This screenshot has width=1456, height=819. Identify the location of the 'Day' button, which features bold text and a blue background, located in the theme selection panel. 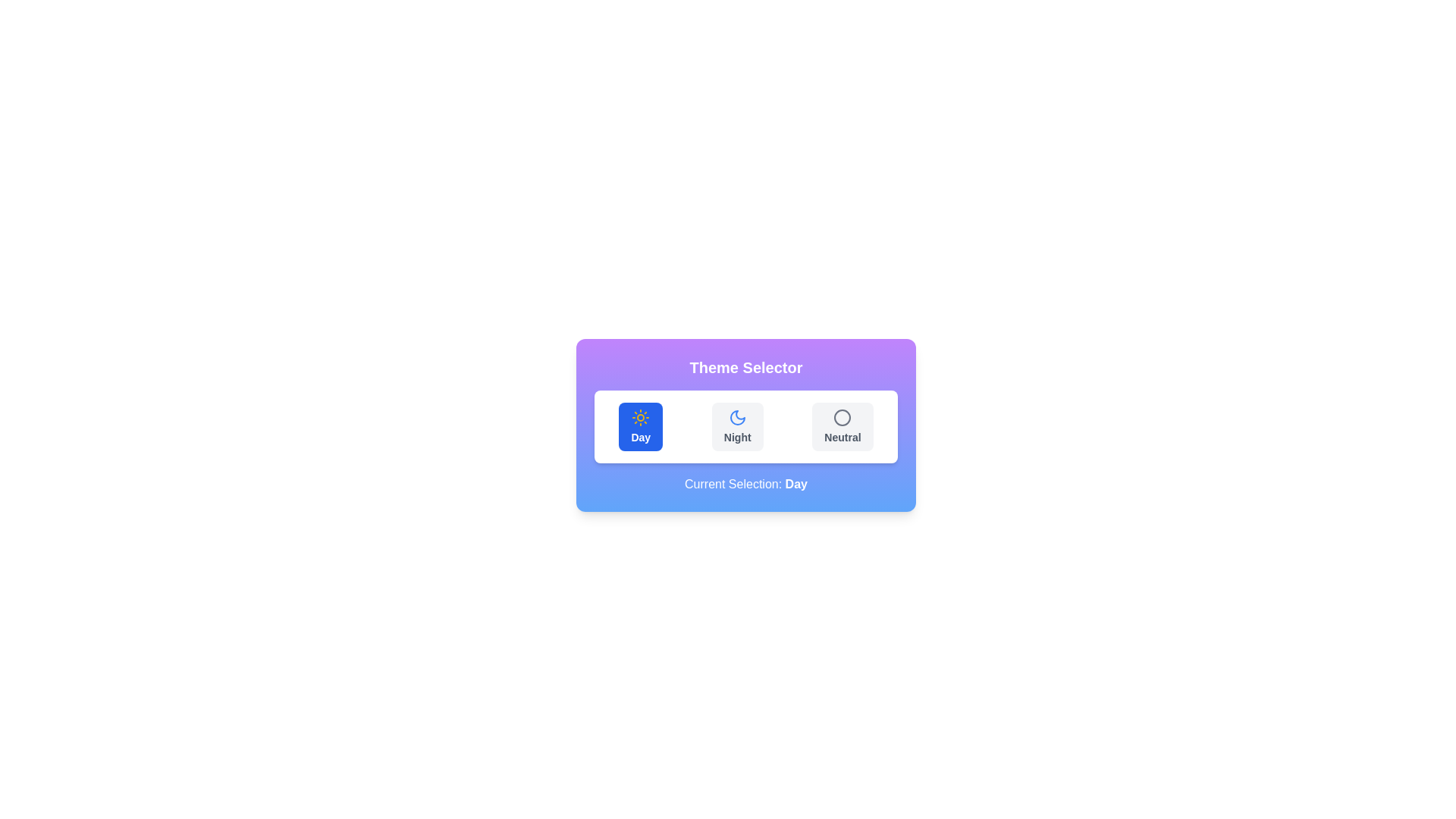
(641, 438).